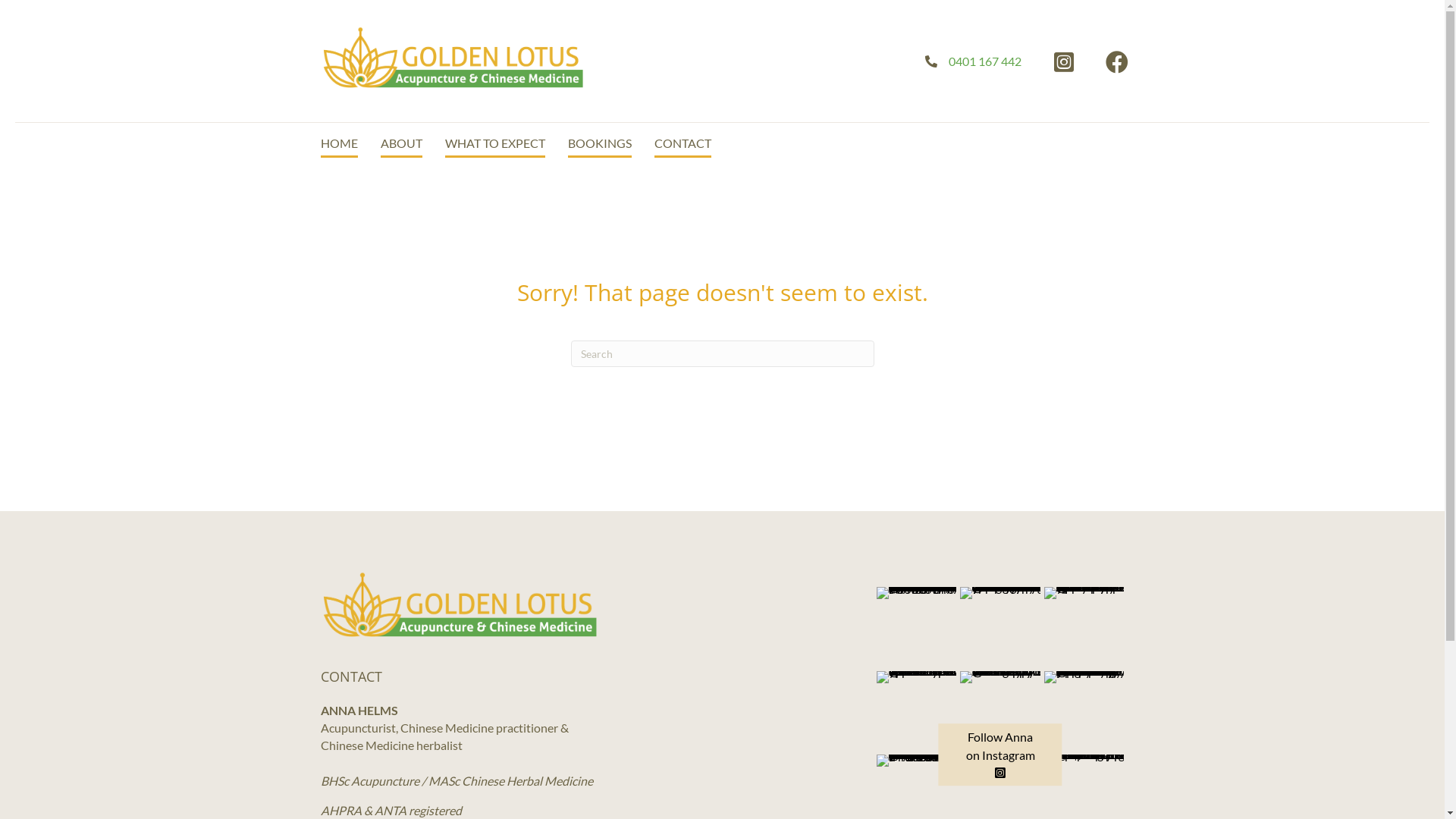  What do you see at coordinates (720, 353) in the screenshot?
I see `'Type and press Enter to search.'` at bounding box center [720, 353].